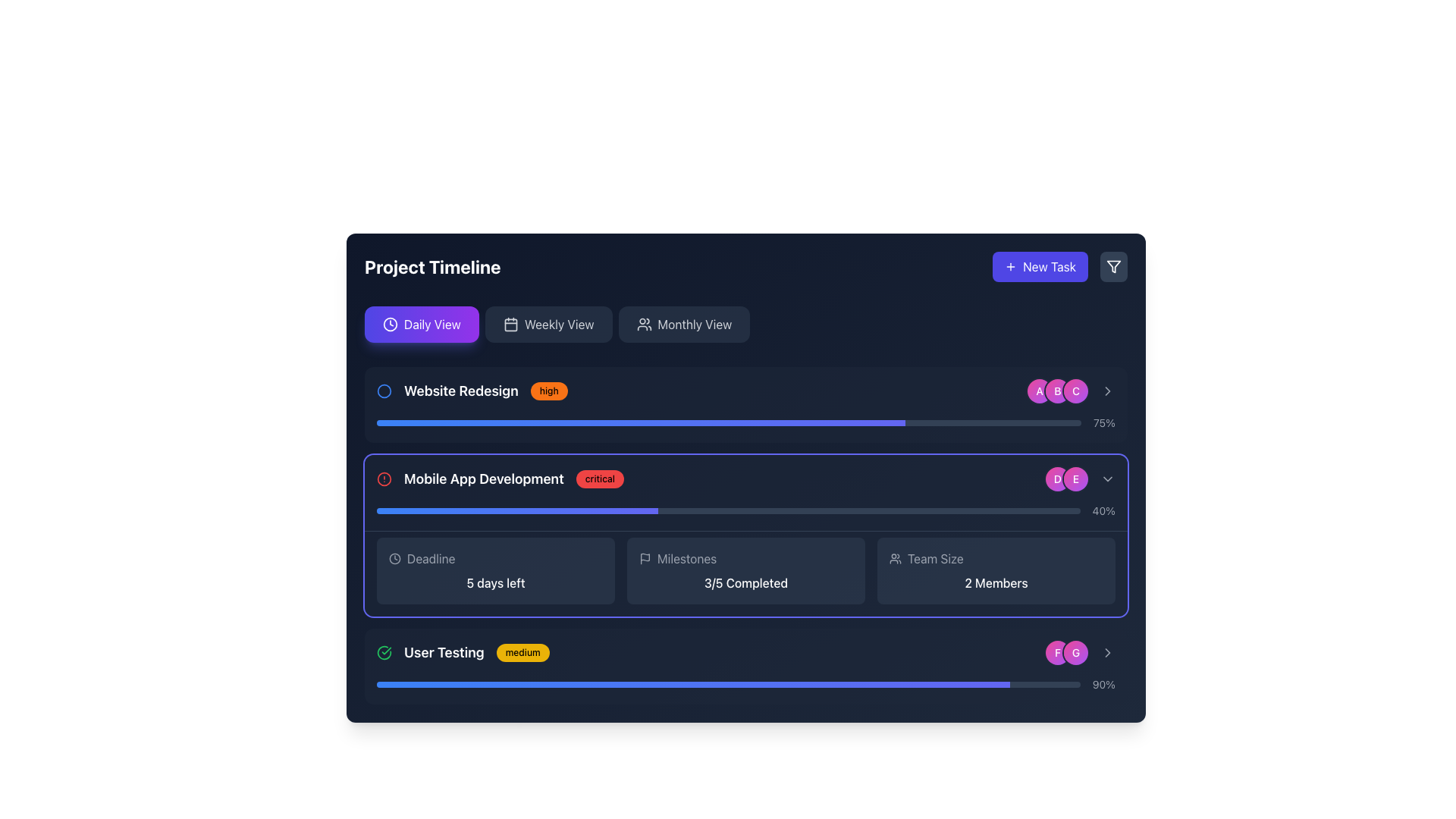 The height and width of the screenshot is (819, 1456). Describe the element at coordinates (996, 570) in the screenshot. I see `the informational display field showing 'Team Size' with the icon of two user silhouettes and the text '2 Members'` at that location.